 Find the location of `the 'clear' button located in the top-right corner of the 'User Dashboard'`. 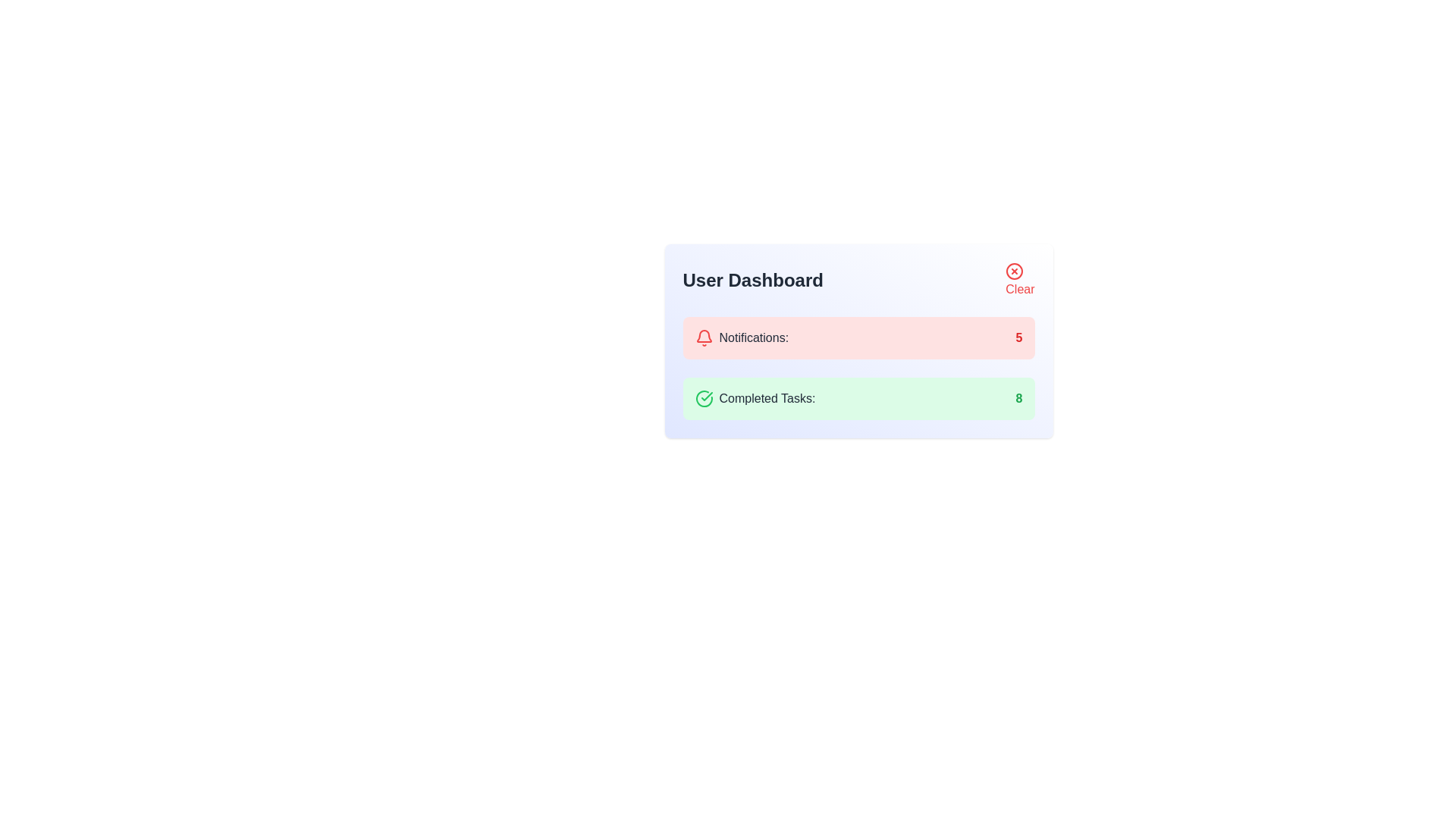

the 'clear' button located in the top-right corner of the 'User Dashboard' is located at coordinates (1019, 281).